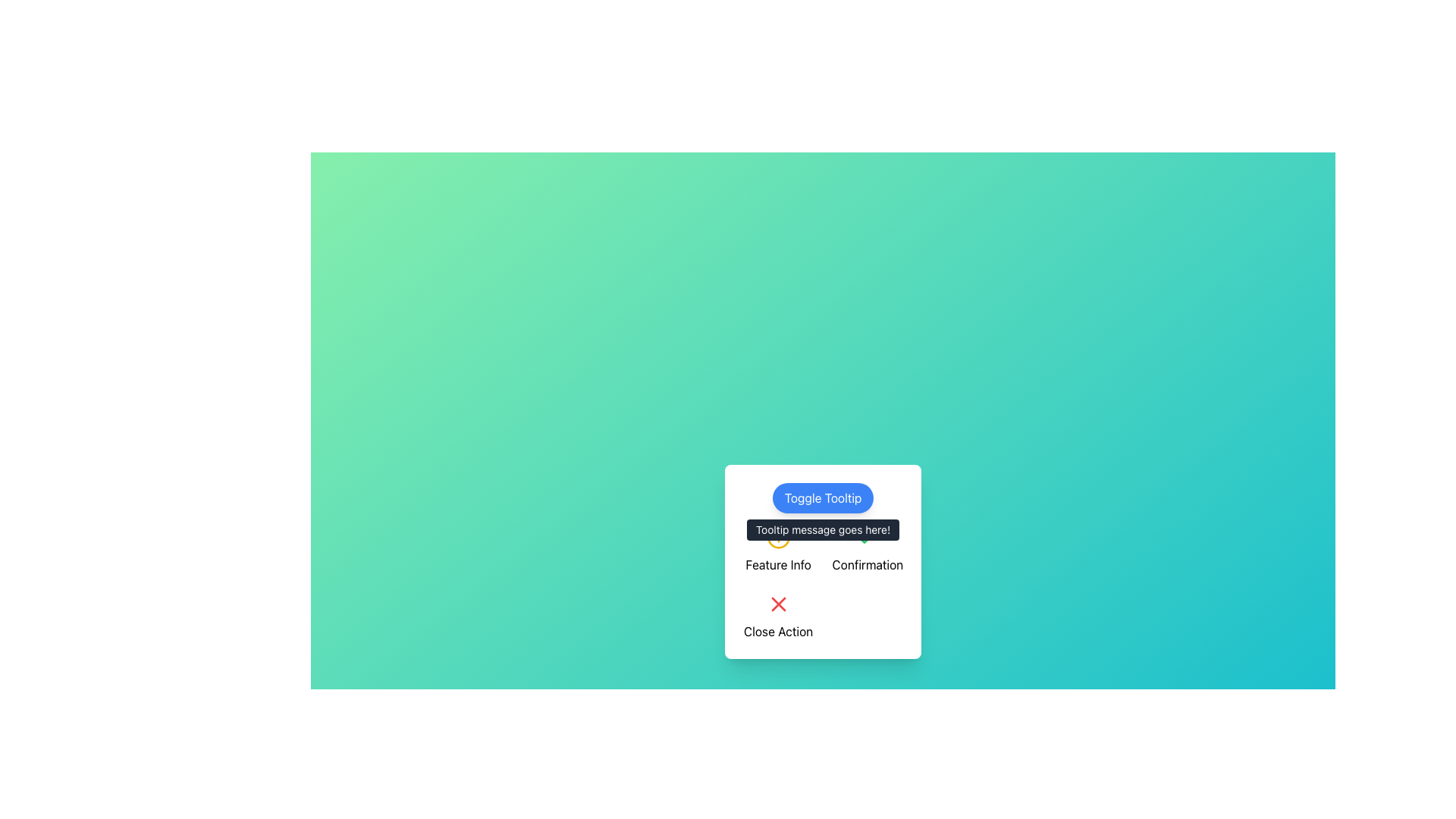 Image resolution: width=1456 pixels, height=819 pixels. I want to click on static text label positioned centrally beneath the red 'X' icon in the dialog box, which indicates its purpose as a close action, so click(778, 632).